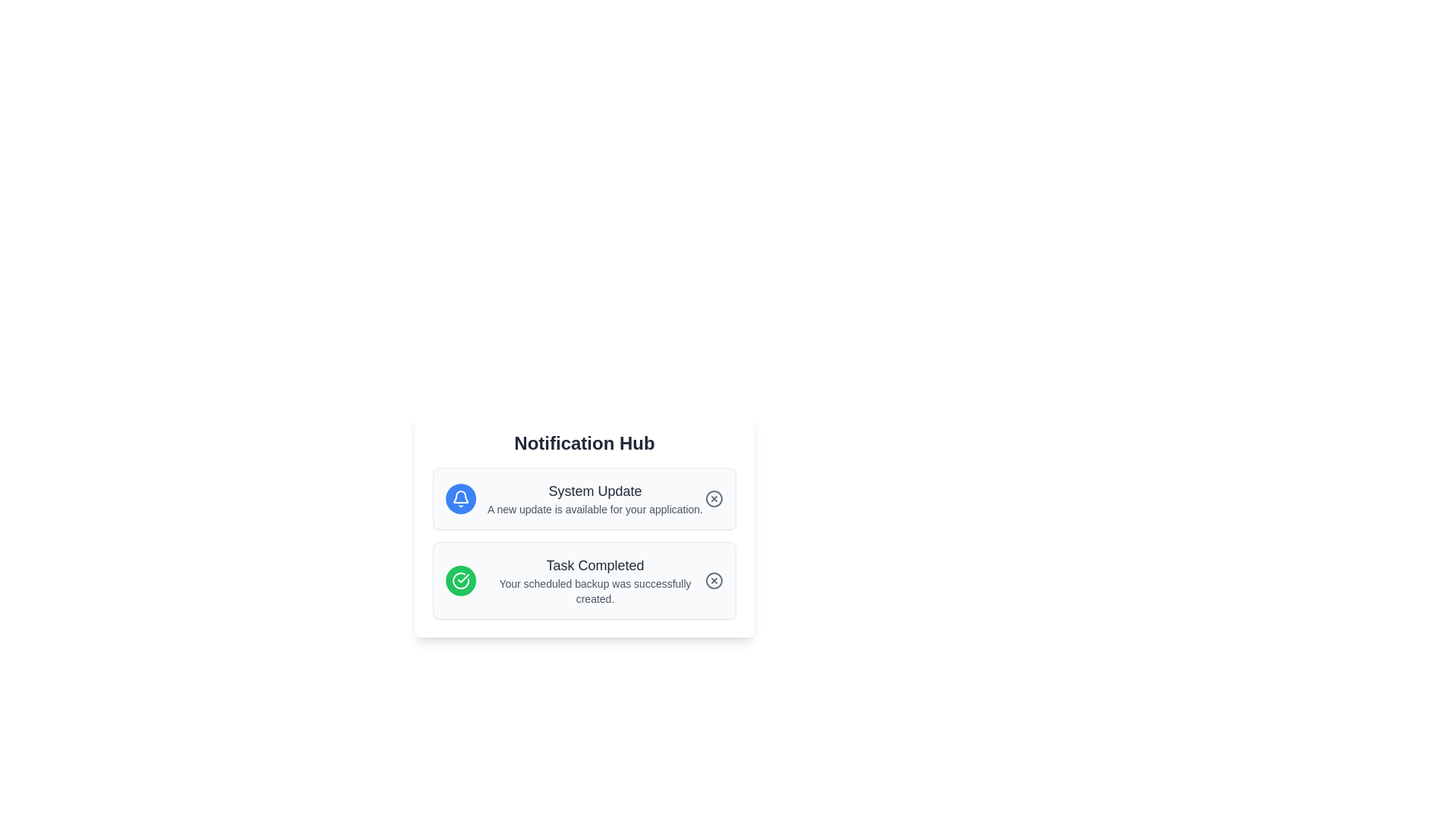 Image resolution: width=1456 pixels, height=819 pixels. What do you see at coordinates (595, 499) in the screenshot?
I see `the Text element that provides information about a system update, located within a notification card to the right of a blue notification bell icon` at bounding box center [595, 499].